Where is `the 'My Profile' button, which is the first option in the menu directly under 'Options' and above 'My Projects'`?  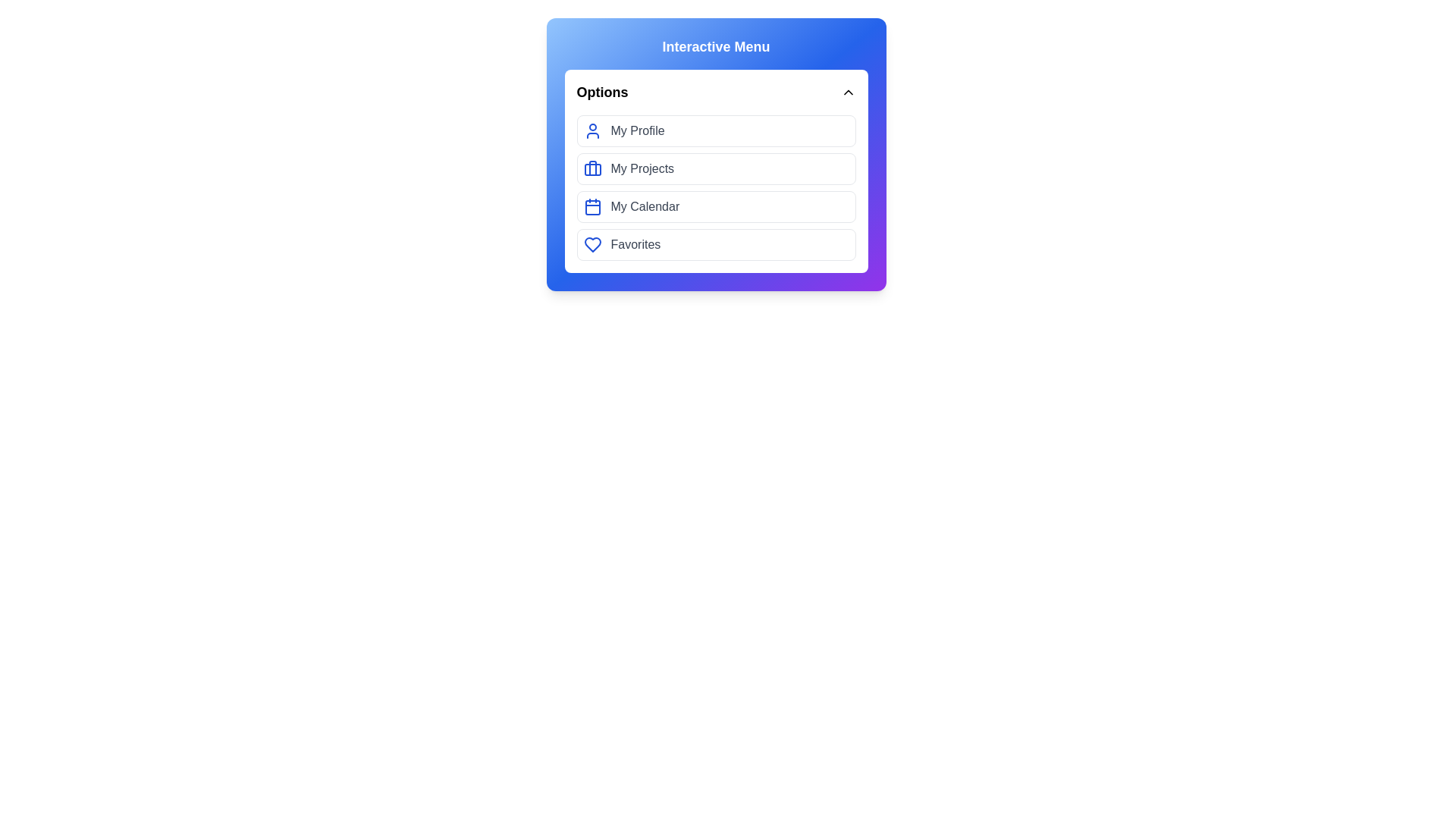 the 'My Profile' button, which is the first option in the menu directly under 'Options' and above 'My Projects' is located at coordinates (715, 130).